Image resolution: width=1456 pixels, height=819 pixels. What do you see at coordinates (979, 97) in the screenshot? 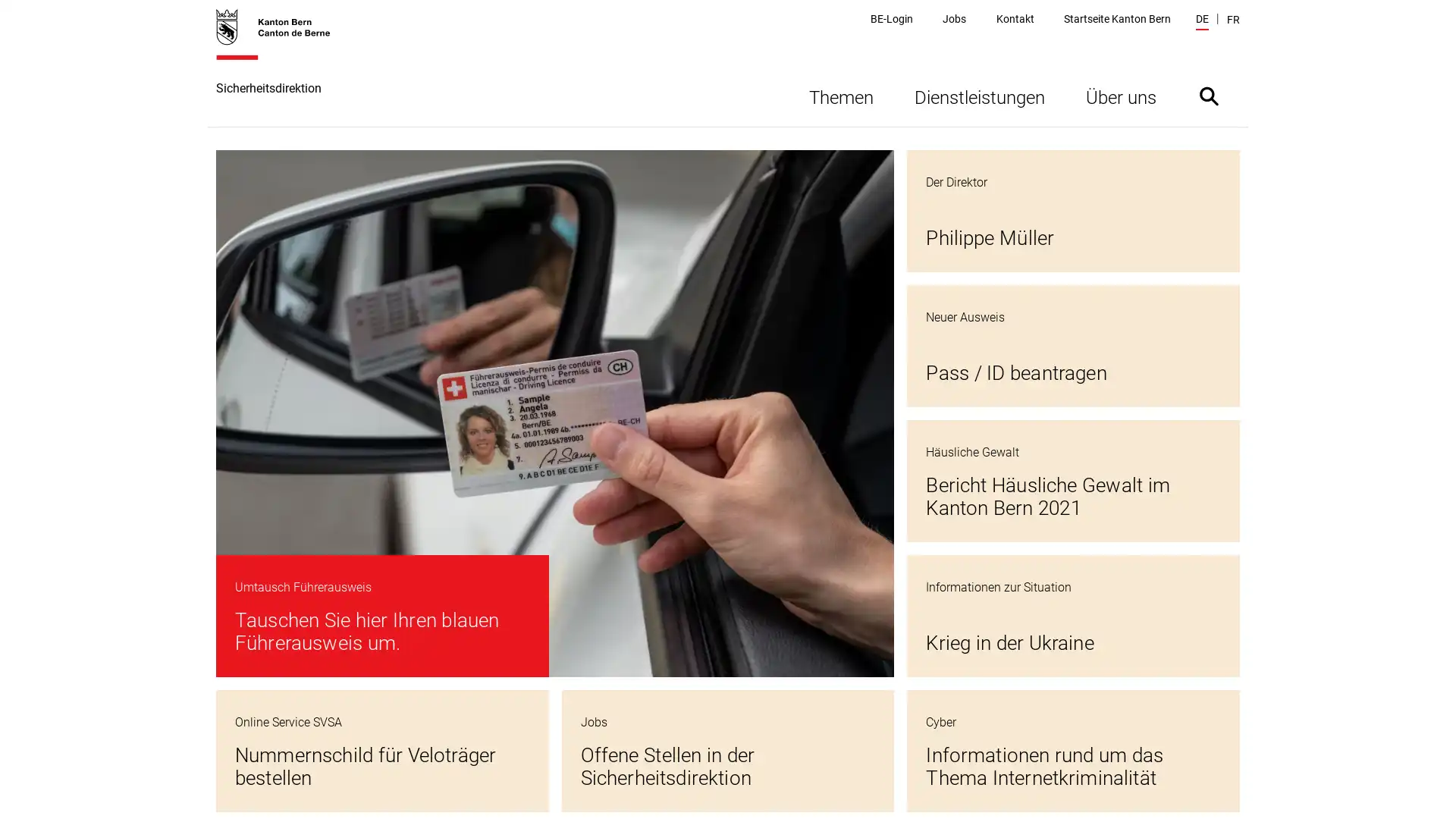
I see `Dienstleistungen` at bounding box center [979, 97].